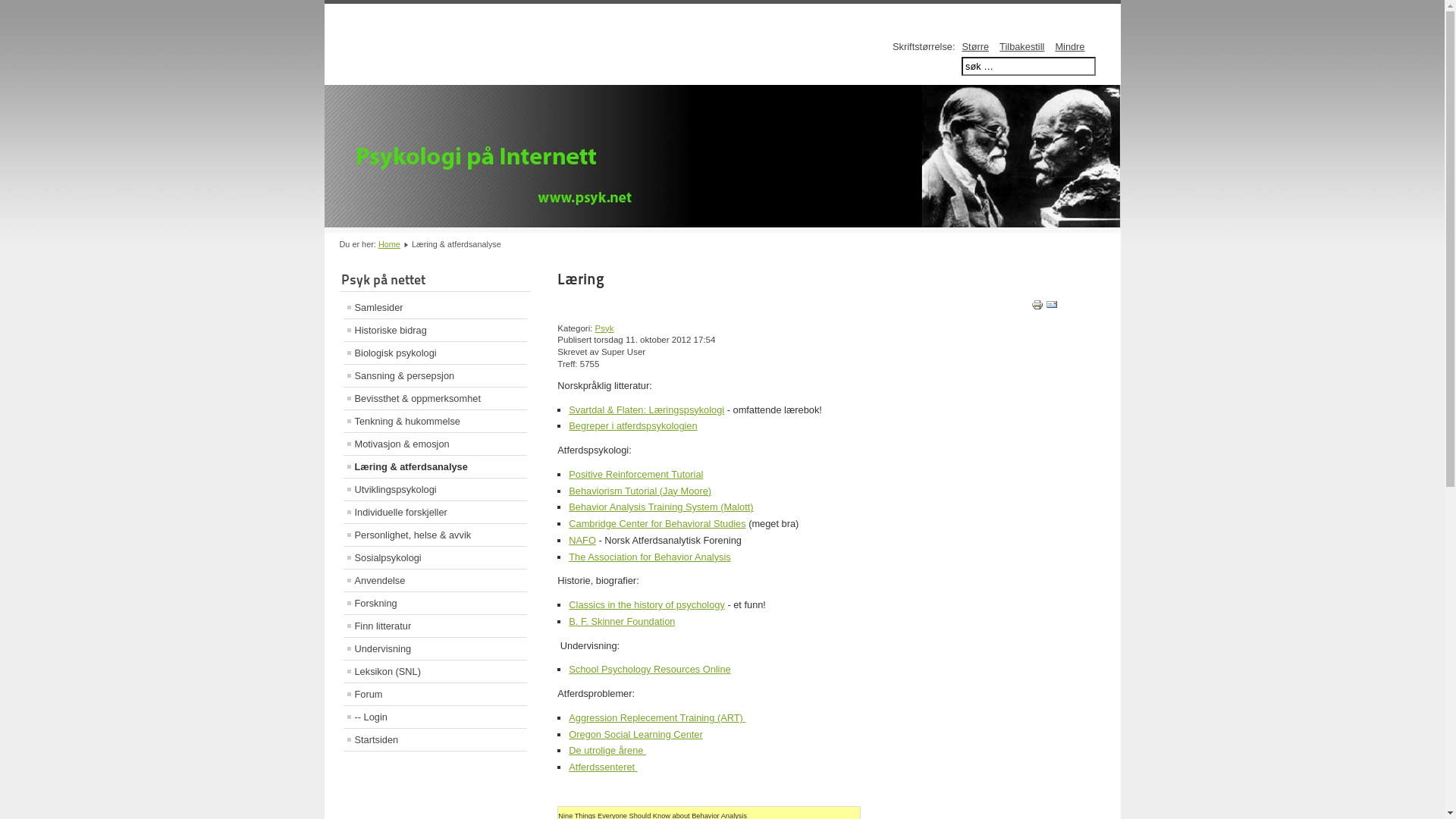  What do you see at coordinates (434, 307) in the screenshot?
I see `'Samlesider'` at bounding box center [434, 307].